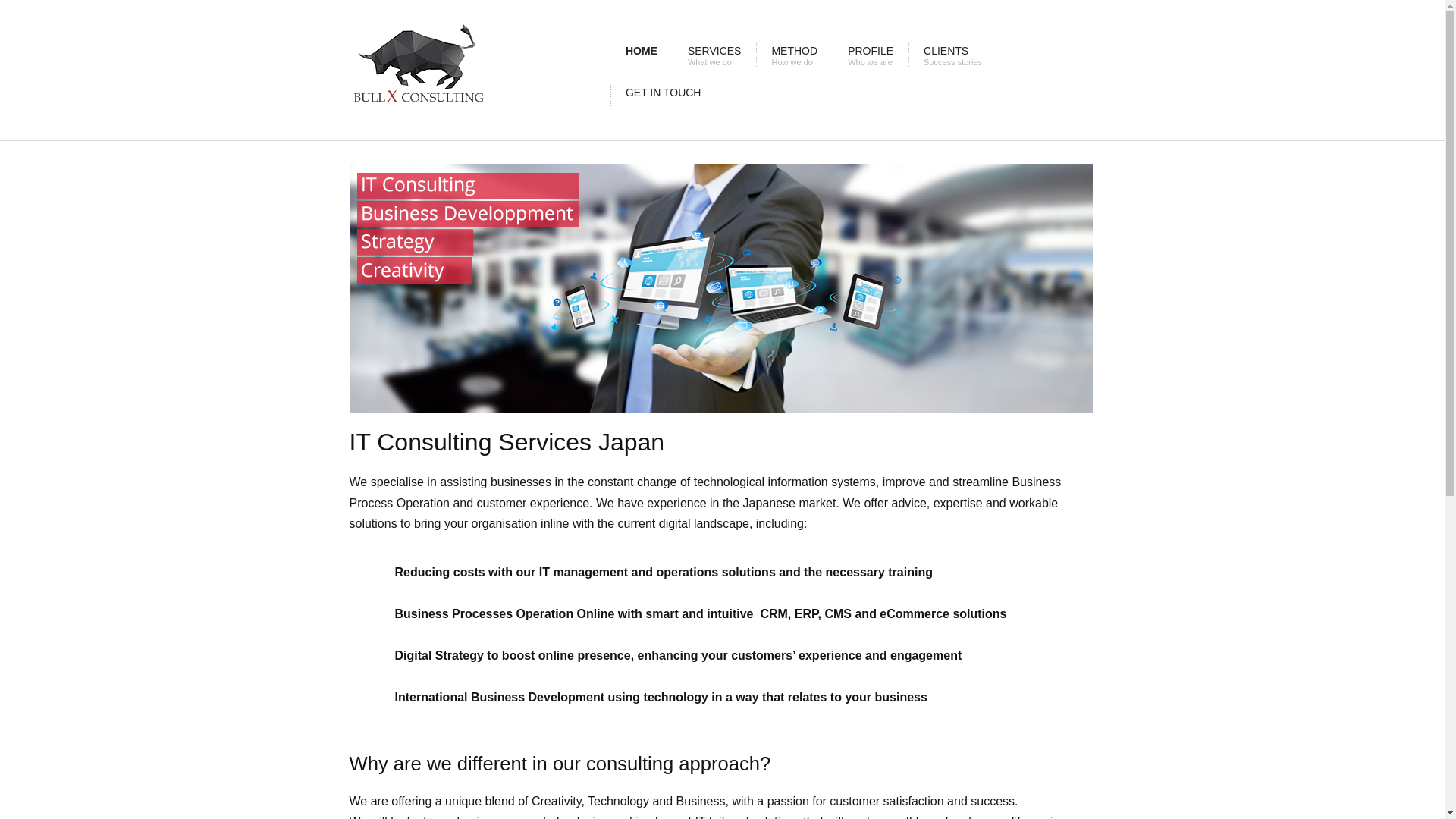 This screenshot has width=1456, height=819. I want to click on 'HOME', so click(610, 54).